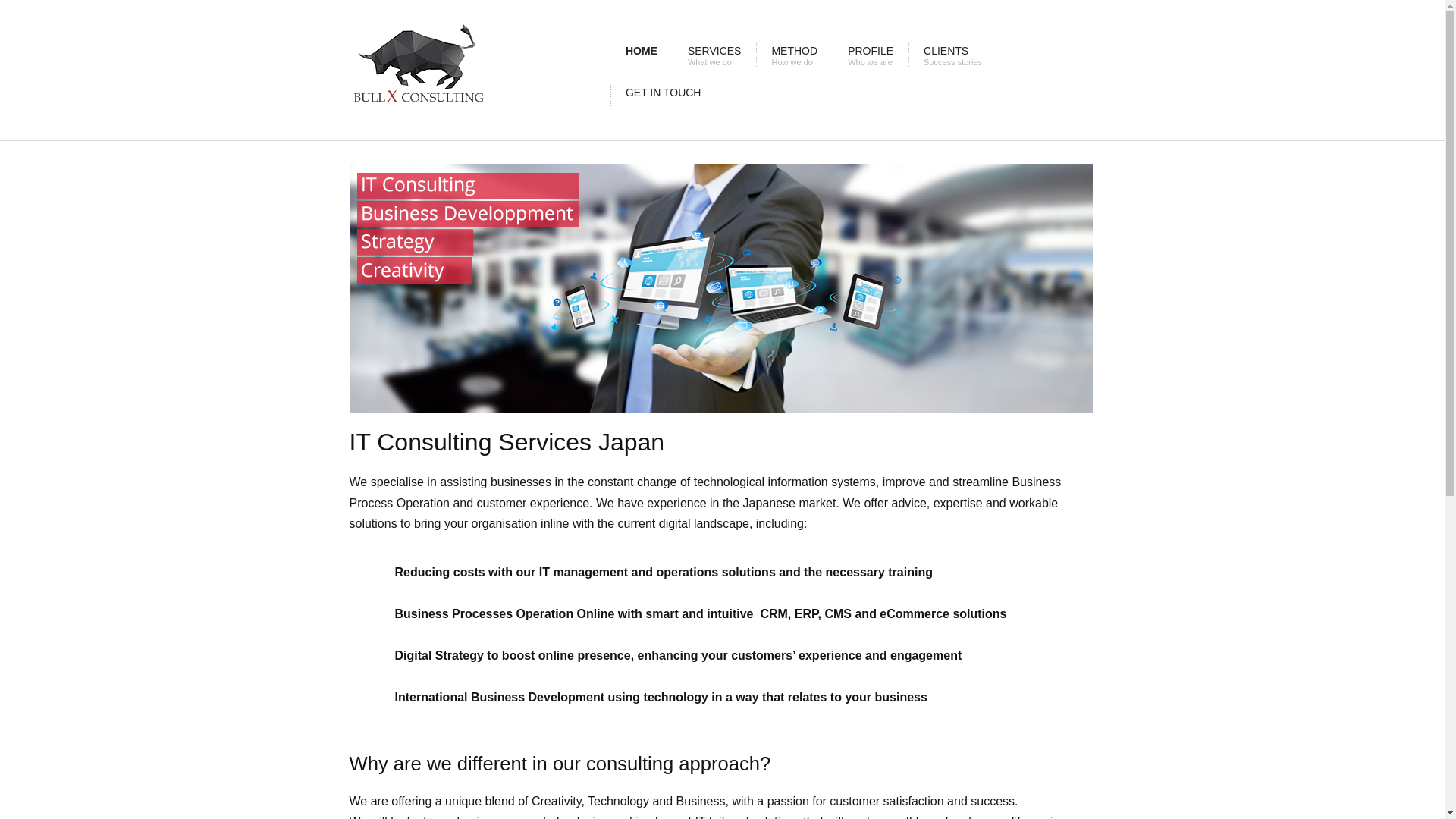 This screenshot has width=1456, height=819. I want to click on 'HOME', so click(610, 54).